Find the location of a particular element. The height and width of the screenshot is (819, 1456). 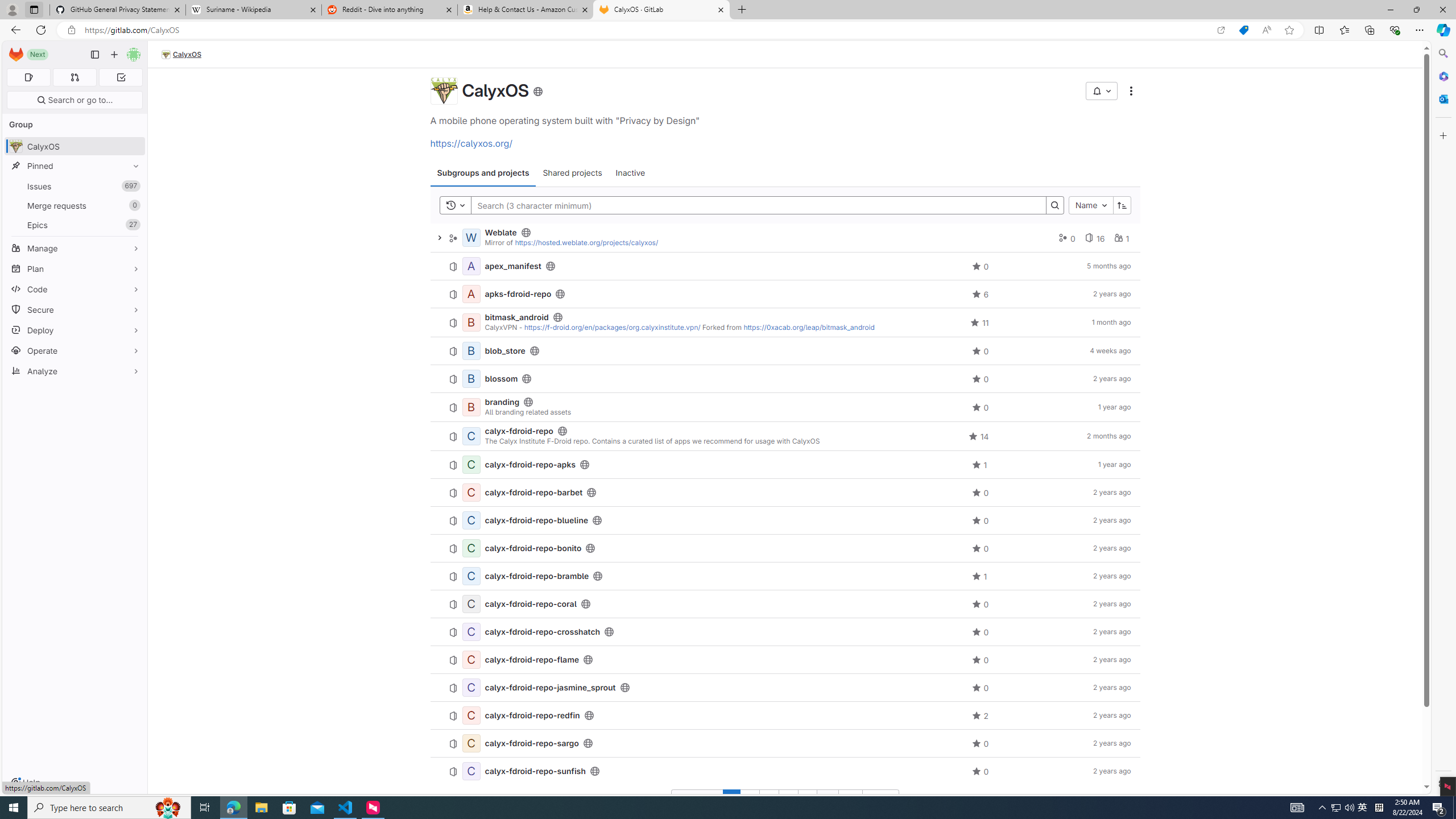

'Issues697' is located at coordinates (74, 185).